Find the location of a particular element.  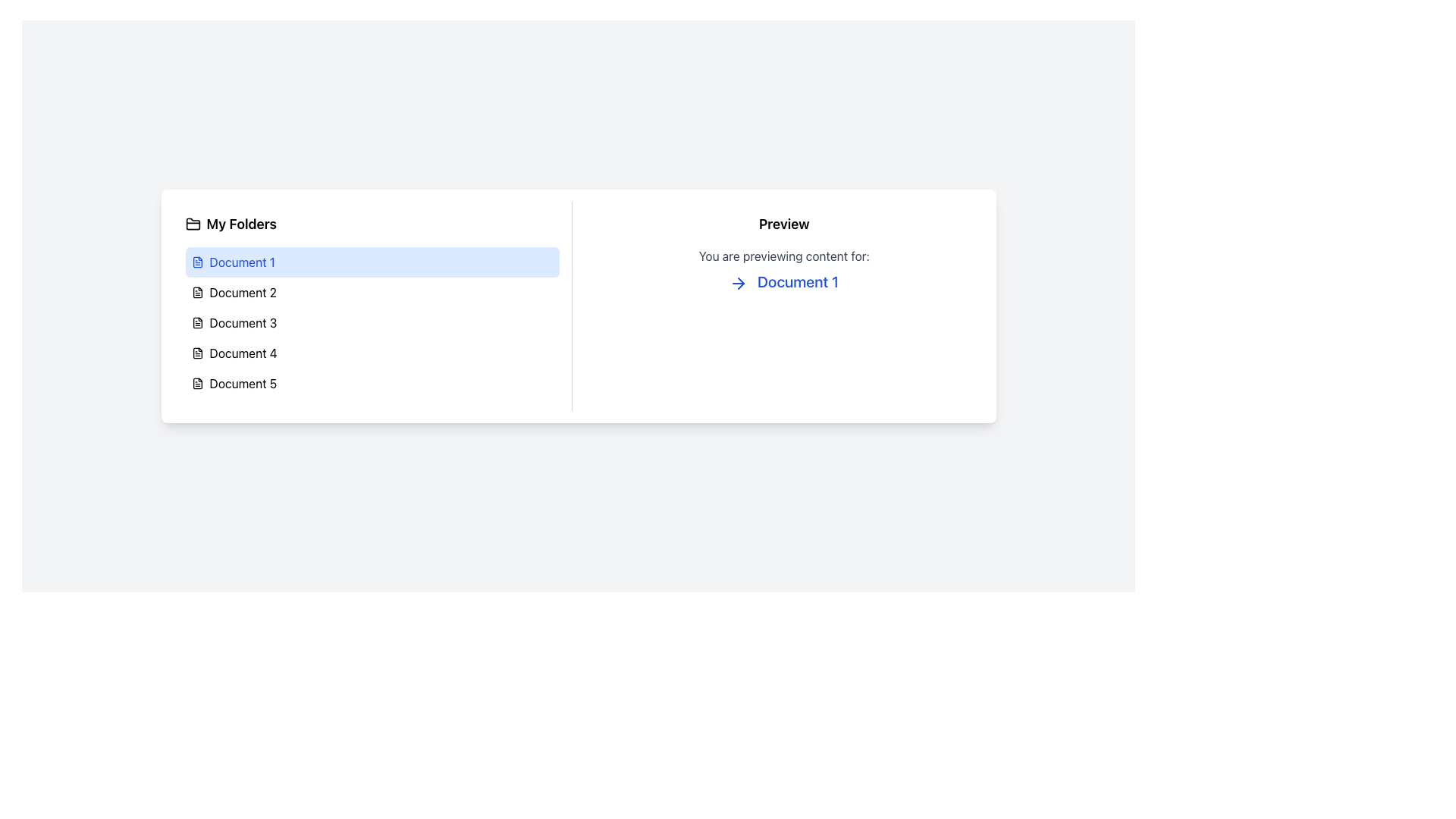

the navigation icon located to the left of the text 'Document 1' in the preview section of the page is located at coordinates (739, 283).